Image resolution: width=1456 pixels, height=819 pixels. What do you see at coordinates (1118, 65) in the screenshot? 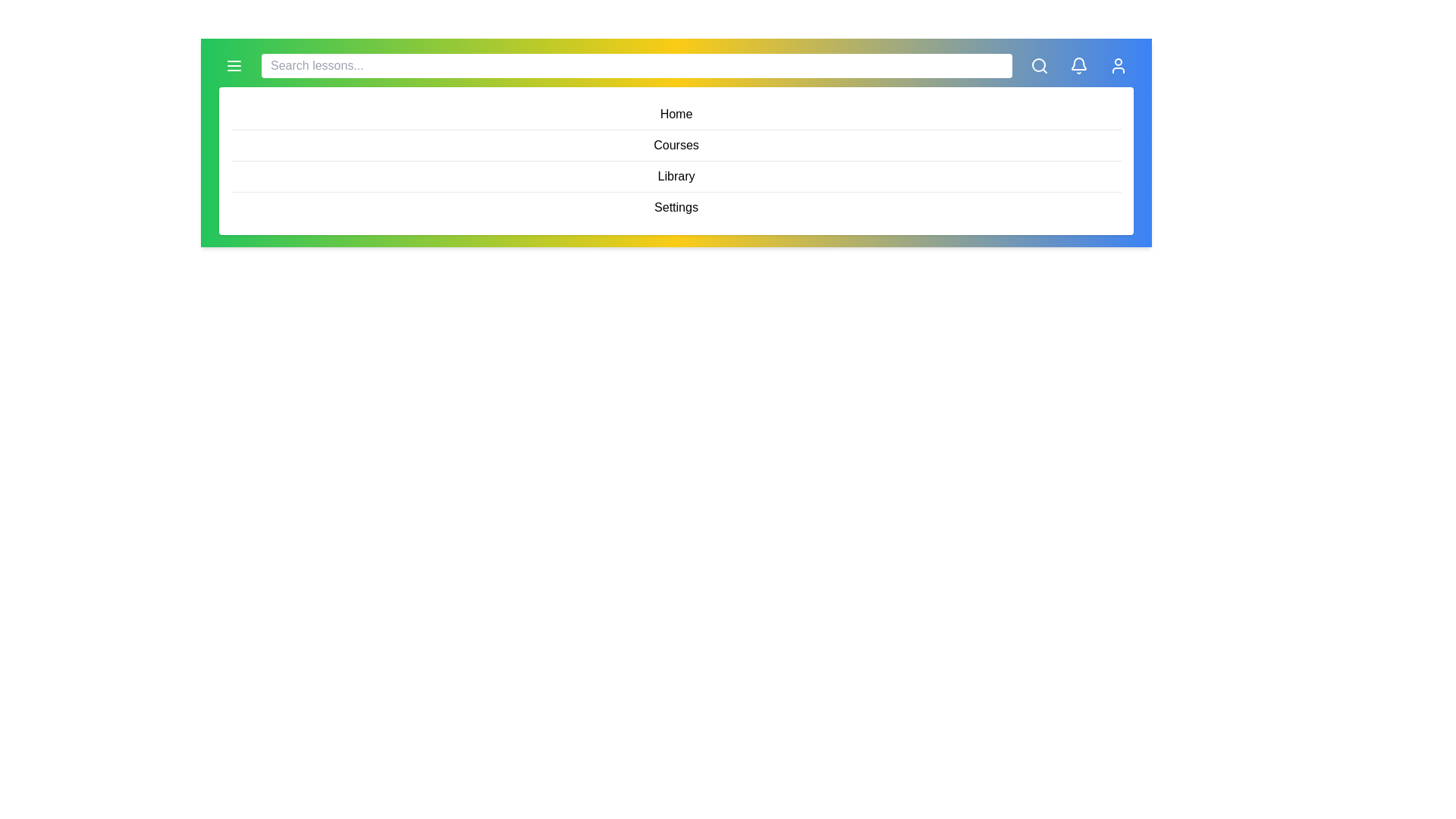
I see `the button User to see its hover effect` at bounding box center [1118, 65].